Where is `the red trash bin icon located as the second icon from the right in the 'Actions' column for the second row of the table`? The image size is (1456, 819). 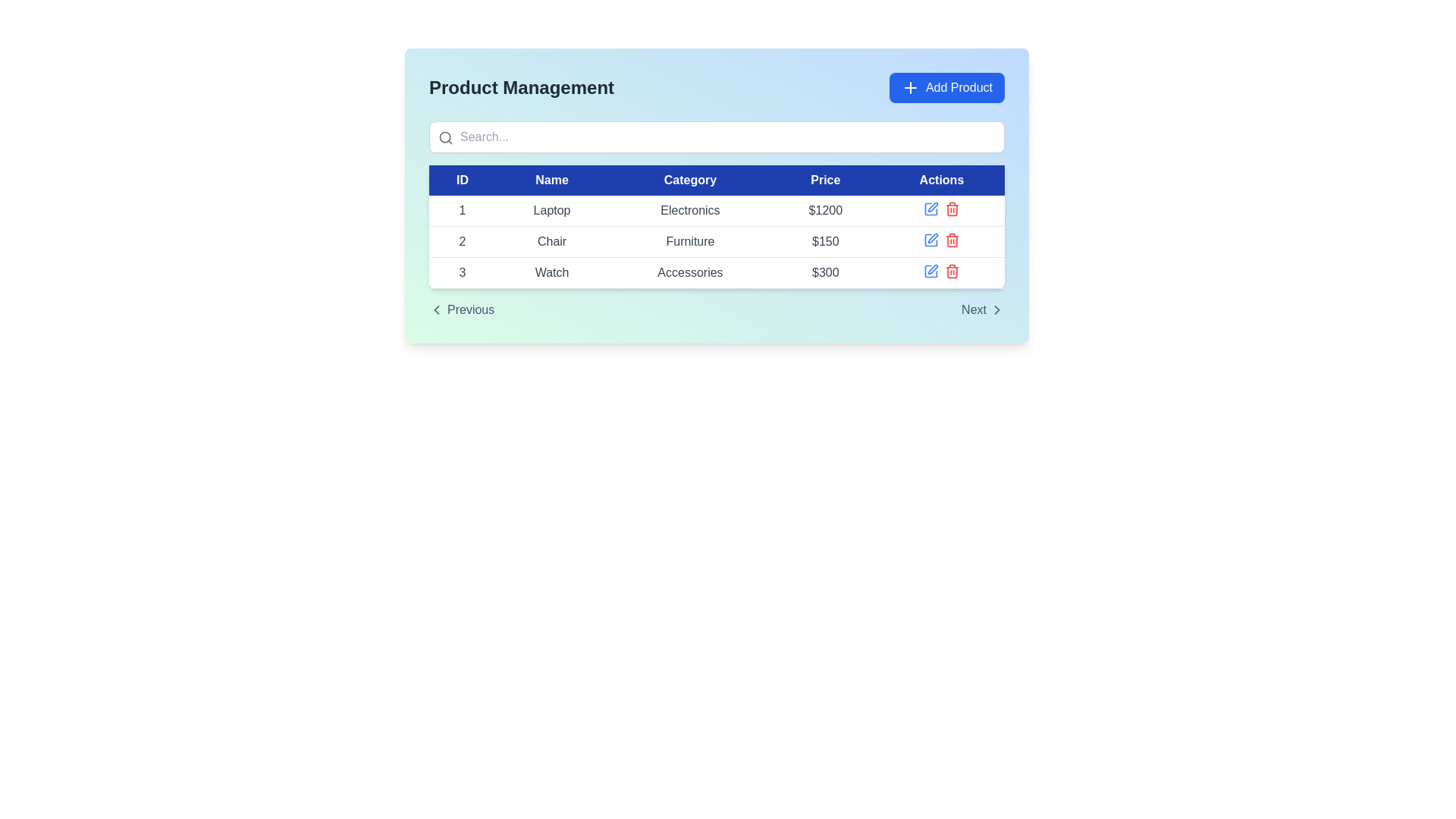
the red trash bin icon located as the second icon from the right in the 'Actions' column for the second row of the table is located at coordinates (951, 239).